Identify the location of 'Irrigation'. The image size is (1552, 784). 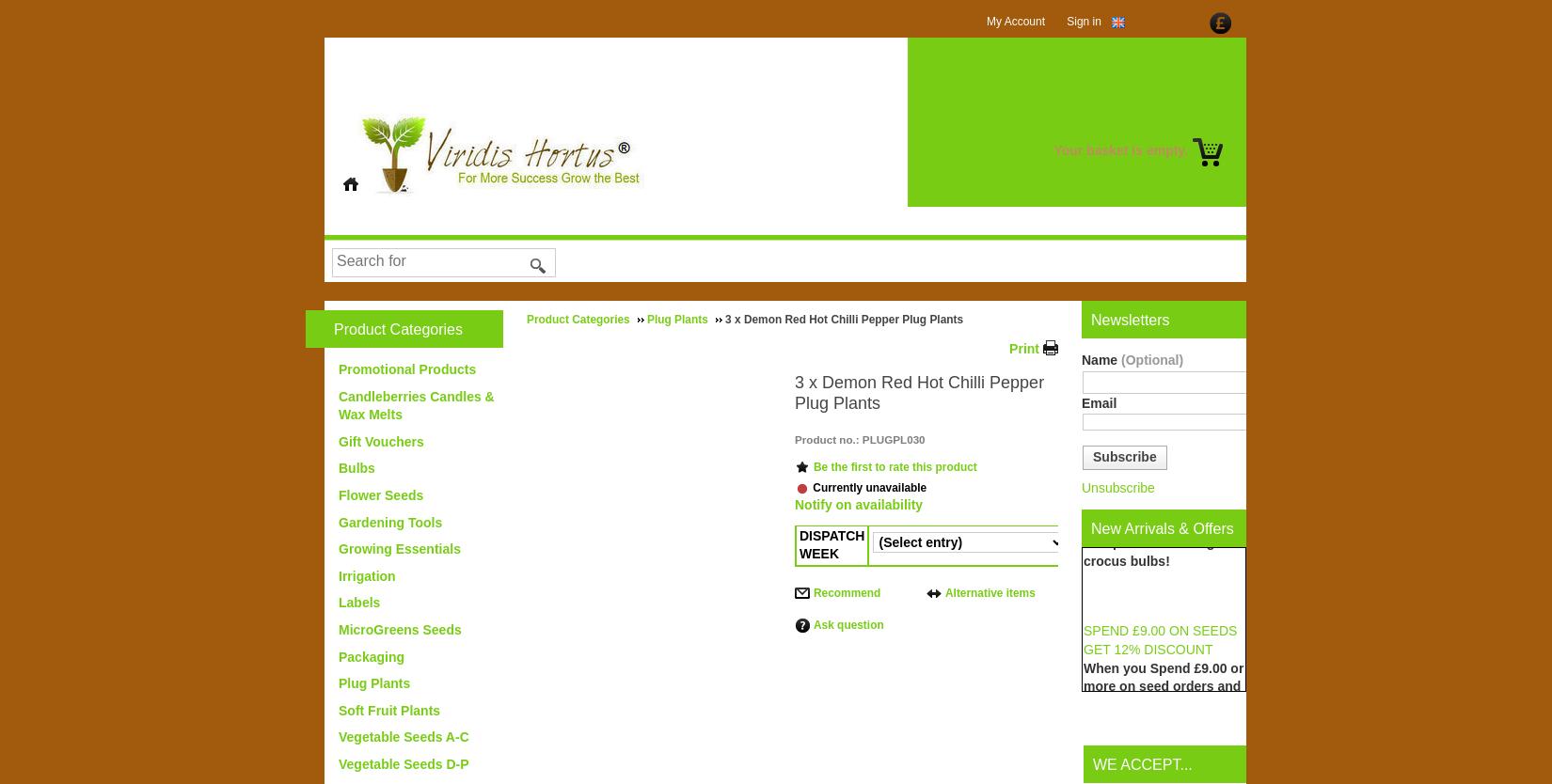
(367, 574).